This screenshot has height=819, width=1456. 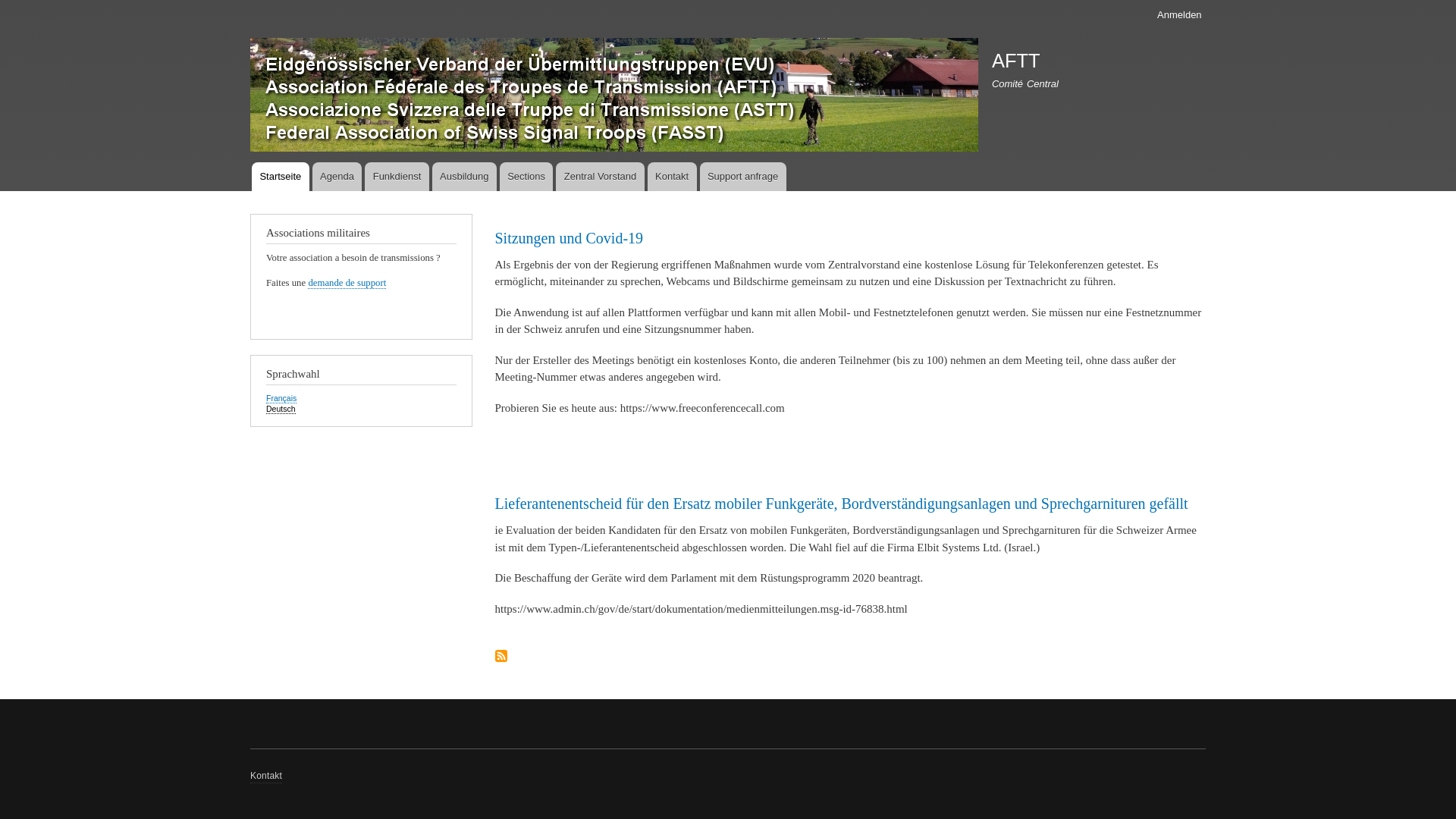 I want to click on 'demande de support', so click(x=307, y=283).